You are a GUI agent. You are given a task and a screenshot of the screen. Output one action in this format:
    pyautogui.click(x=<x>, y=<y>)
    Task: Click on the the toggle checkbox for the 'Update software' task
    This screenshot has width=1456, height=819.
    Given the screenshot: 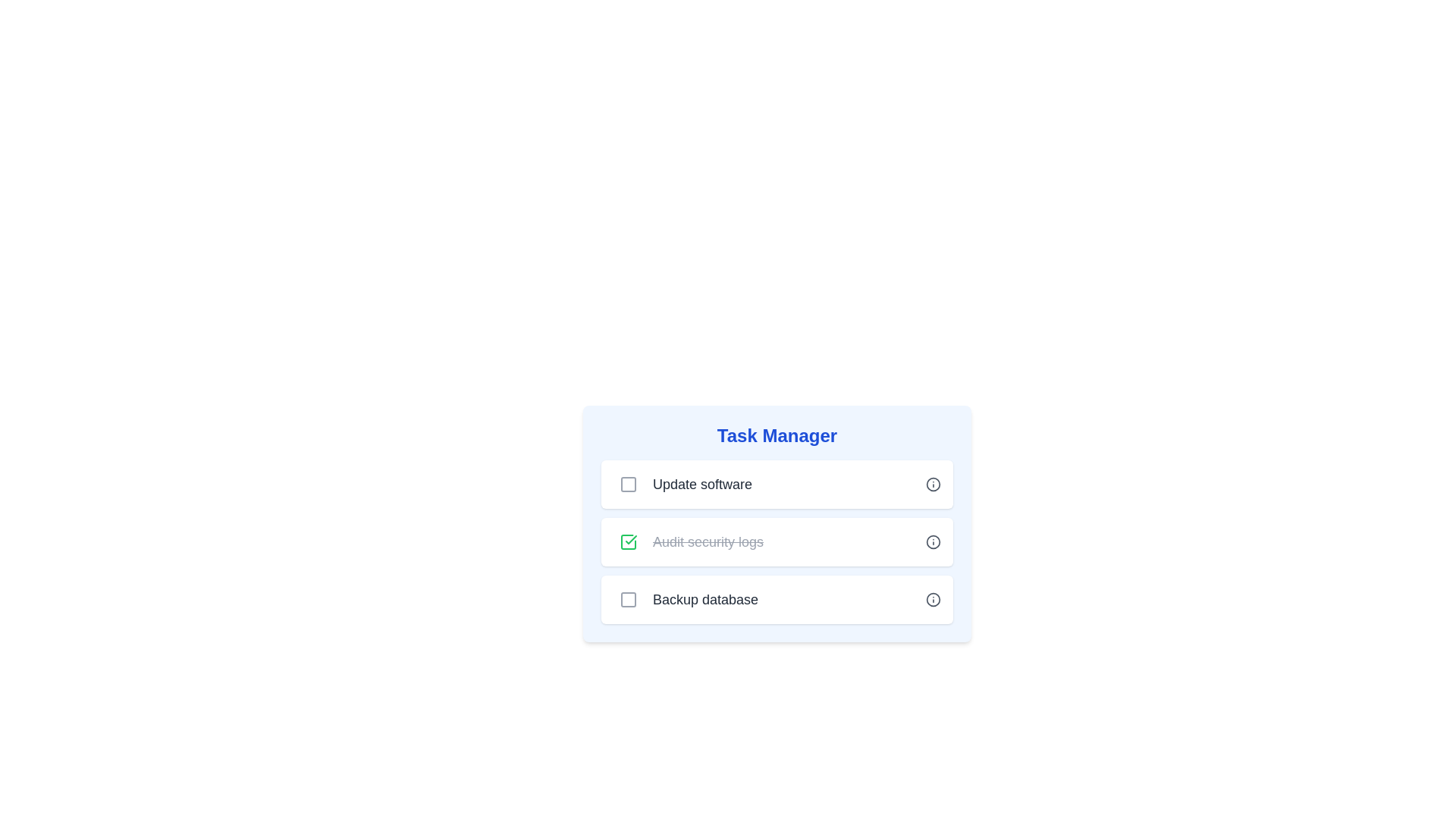 What is the action you would take?
    pyautogui.click(x=629, y=485)
    